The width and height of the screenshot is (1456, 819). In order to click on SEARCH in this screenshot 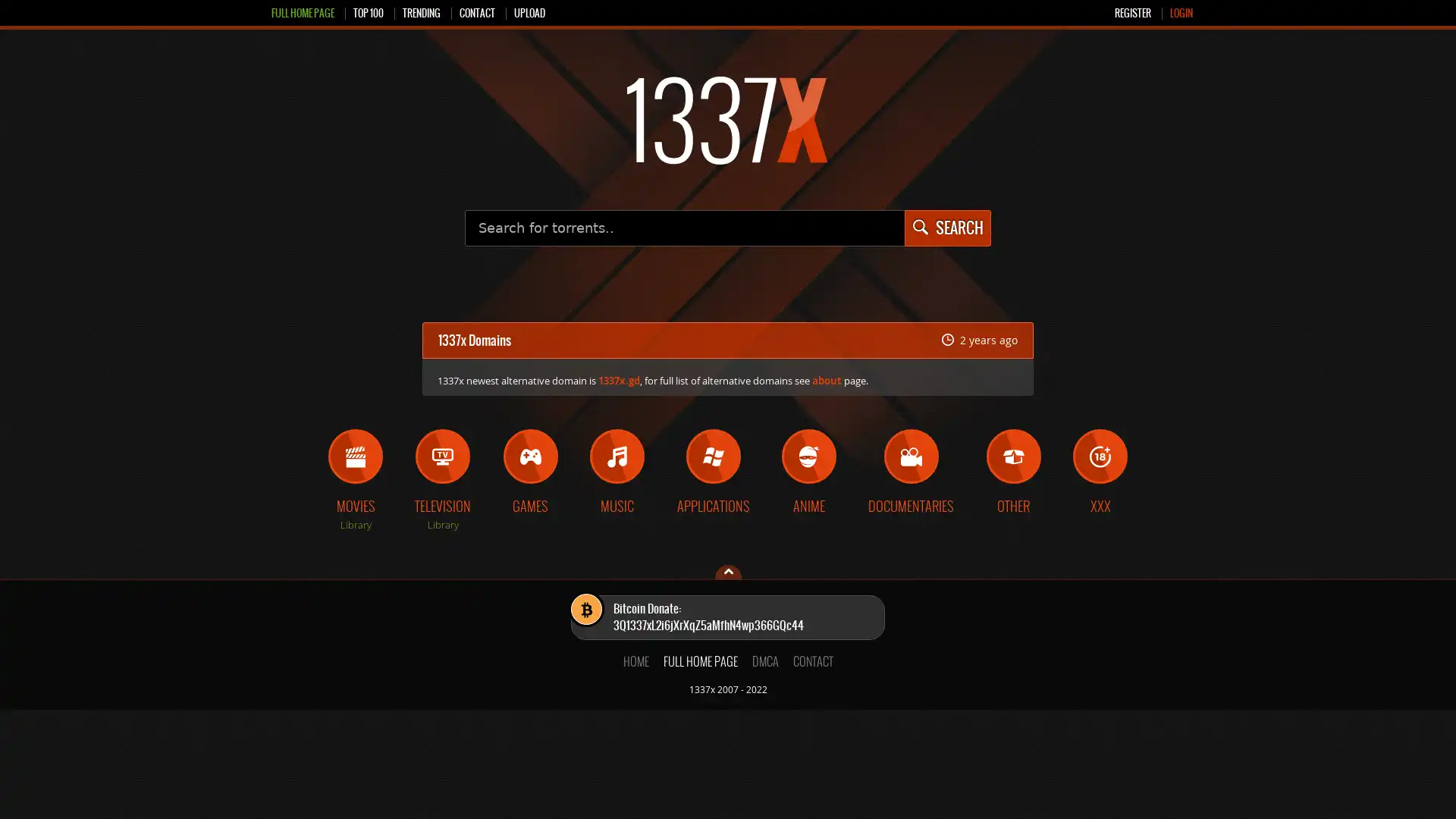, I will do `click(946, 227)`.